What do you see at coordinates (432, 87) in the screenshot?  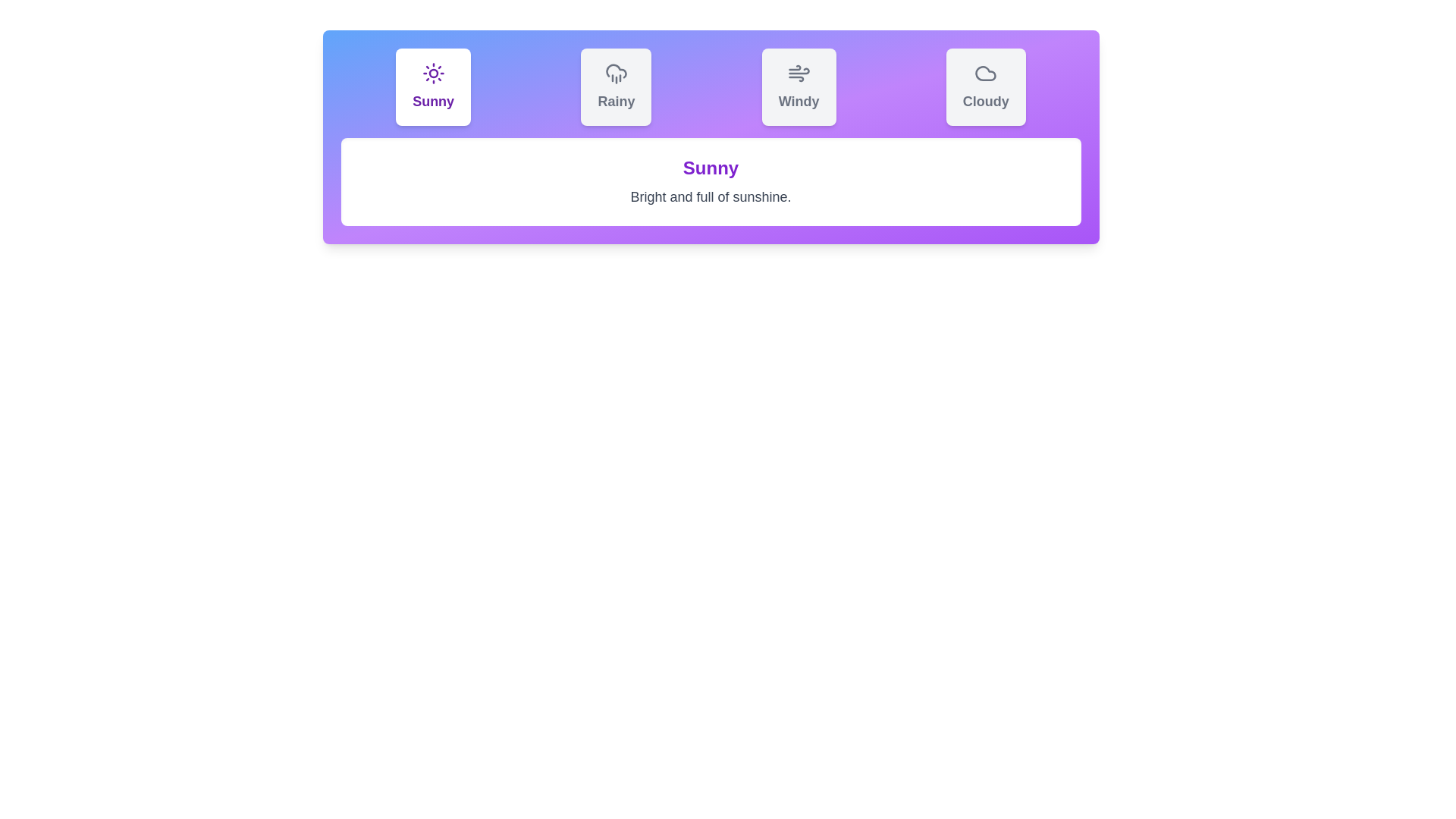 I see `the Sunny tab to view its weather condition` at bounding box center [432, 87].